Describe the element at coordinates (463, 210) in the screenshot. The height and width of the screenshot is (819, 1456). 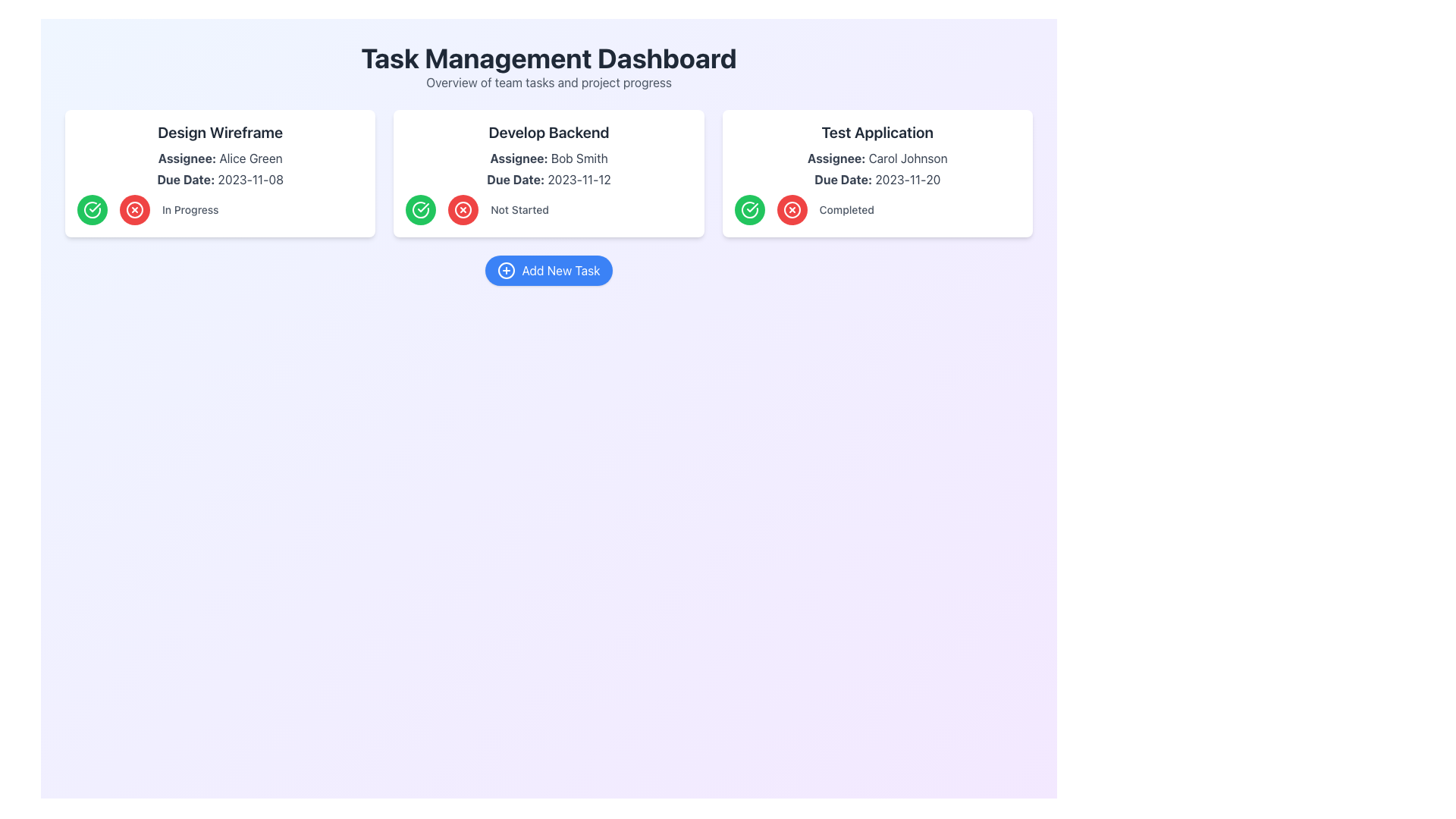
I see `the red circular button with a white 'X' symbol located in the 'Develop Backend' task card` at that location.